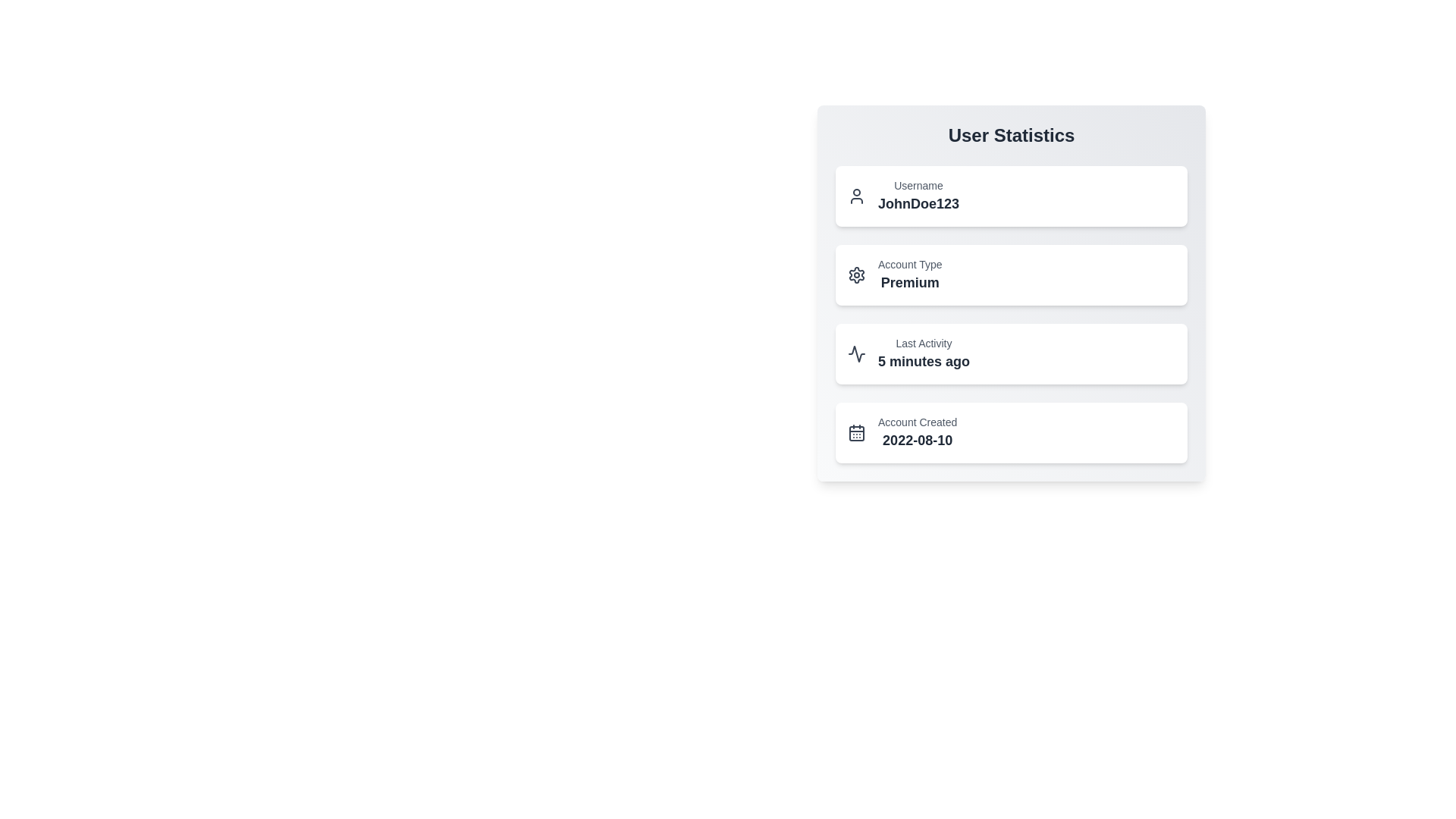 This screenshot has width=1456, height=819. Describe the element at coordinates (923, 362) in the screenshot. I see `the timestamp text label indicating the last time of activity related to the user, located under the 'Last Activity' label in the User Statistics section` at that location.